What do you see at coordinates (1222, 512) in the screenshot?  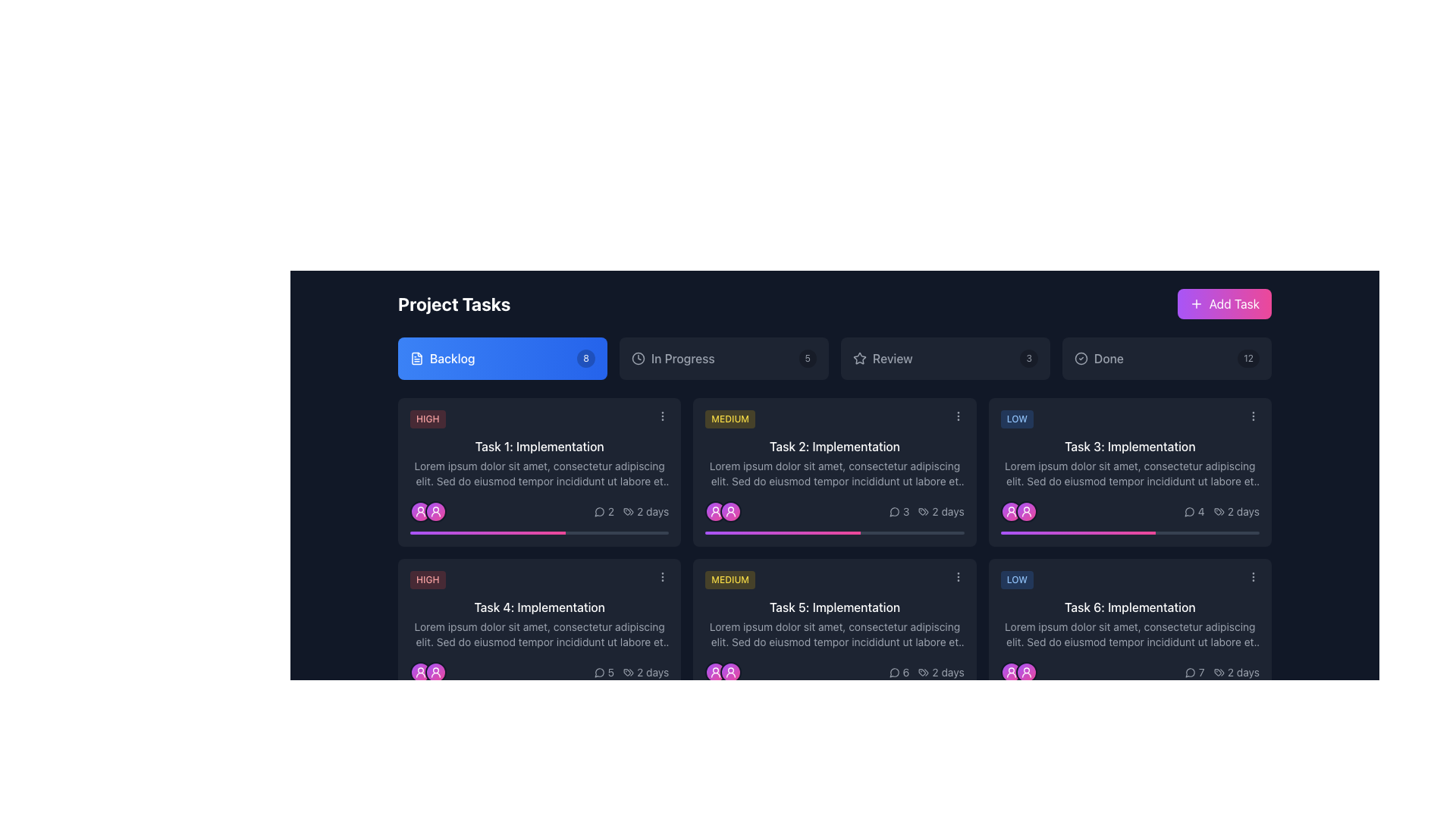 I see `the text label displaying '42 days', which indicates a duration associated with a task or project, located on the right side of a grouping of icons and text labels` at bounding box center [1222, 512].